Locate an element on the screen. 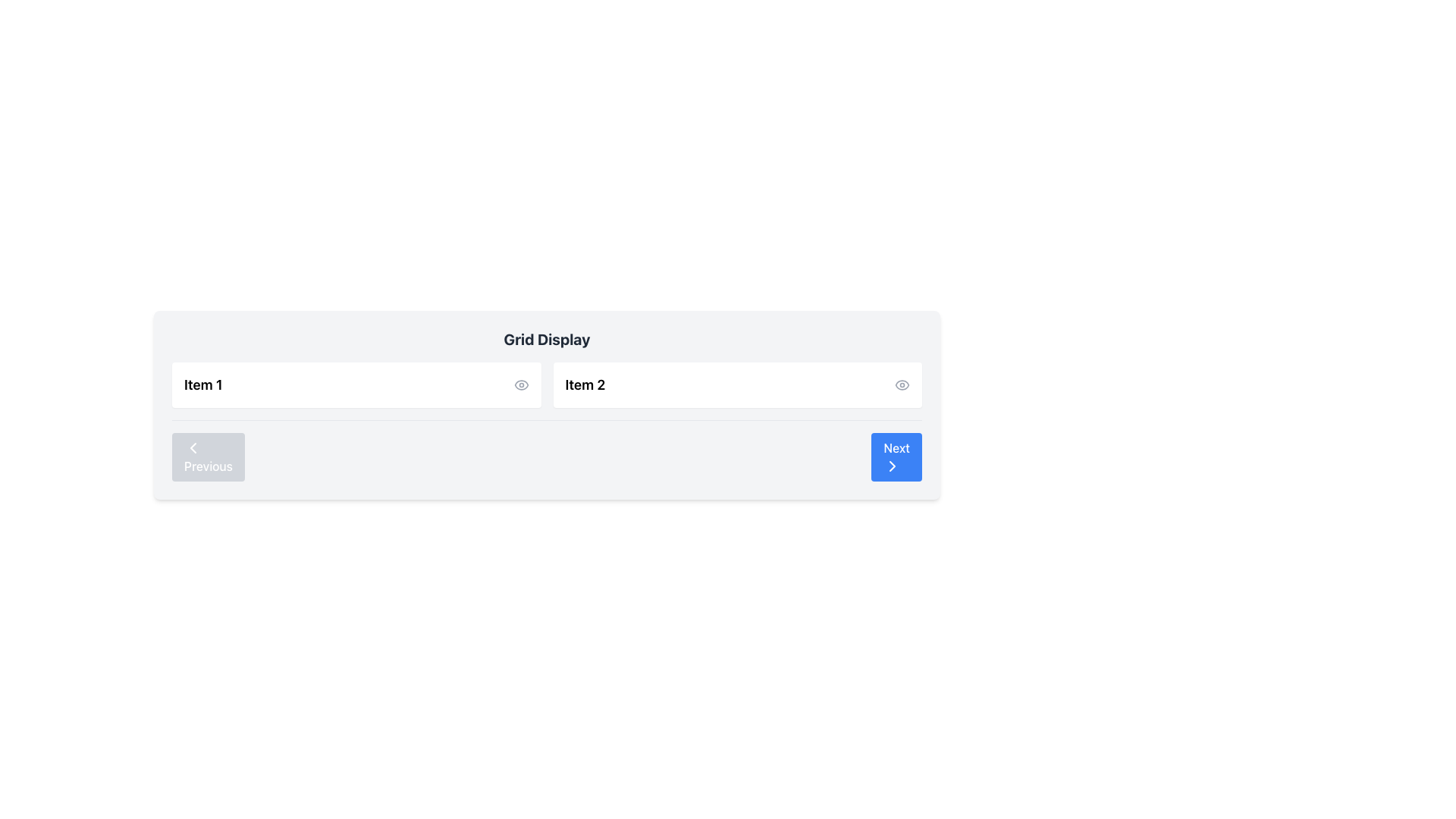 The image size is (1456, 819). the eye icon button located on the right side of the row for 'Item 1' is located at coordinates (521, 384).